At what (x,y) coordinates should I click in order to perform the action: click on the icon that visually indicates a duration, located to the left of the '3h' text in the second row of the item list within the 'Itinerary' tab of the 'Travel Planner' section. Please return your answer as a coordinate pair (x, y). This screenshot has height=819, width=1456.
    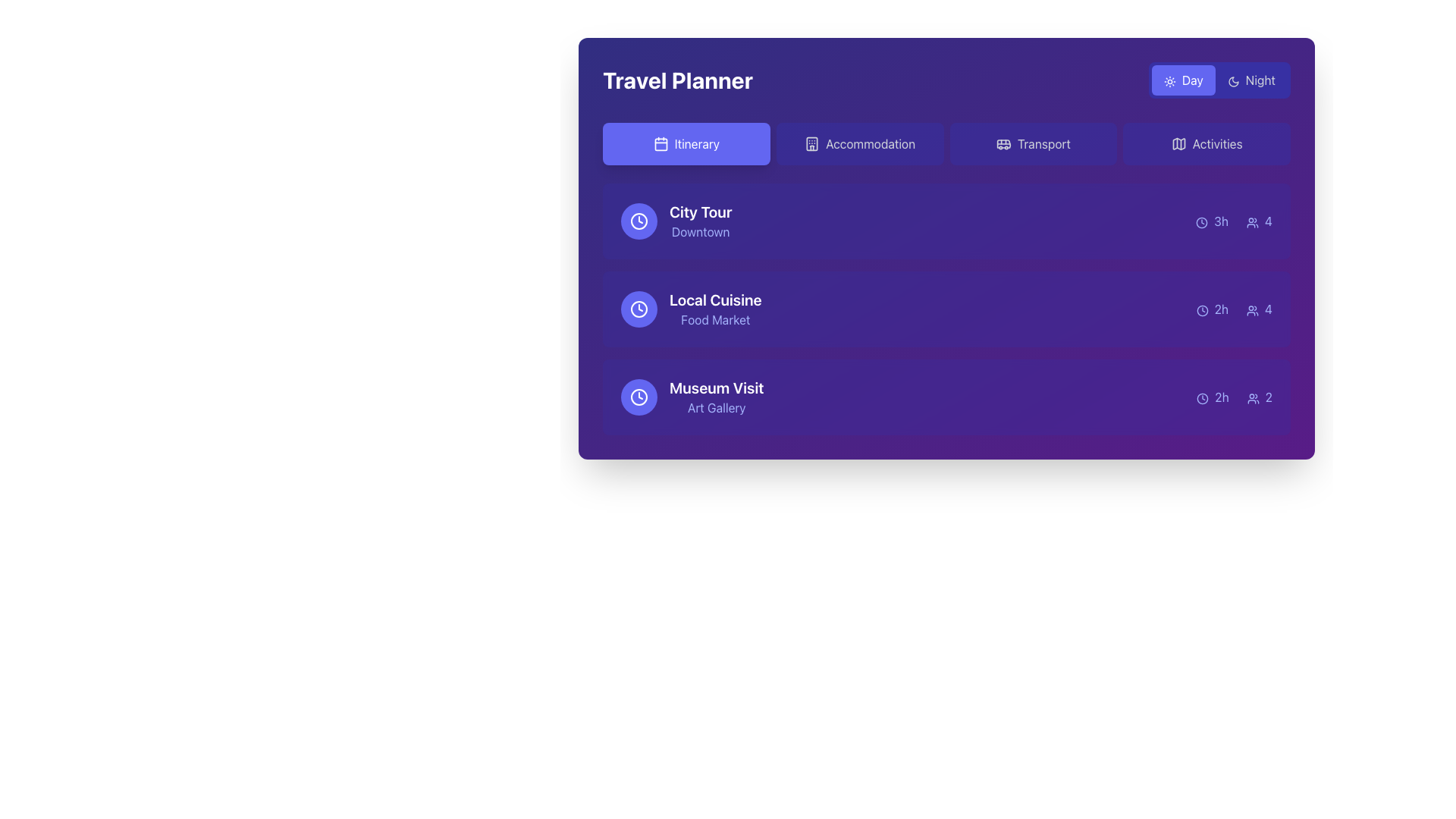
    Looking at the image, I should click on (1201, 222).